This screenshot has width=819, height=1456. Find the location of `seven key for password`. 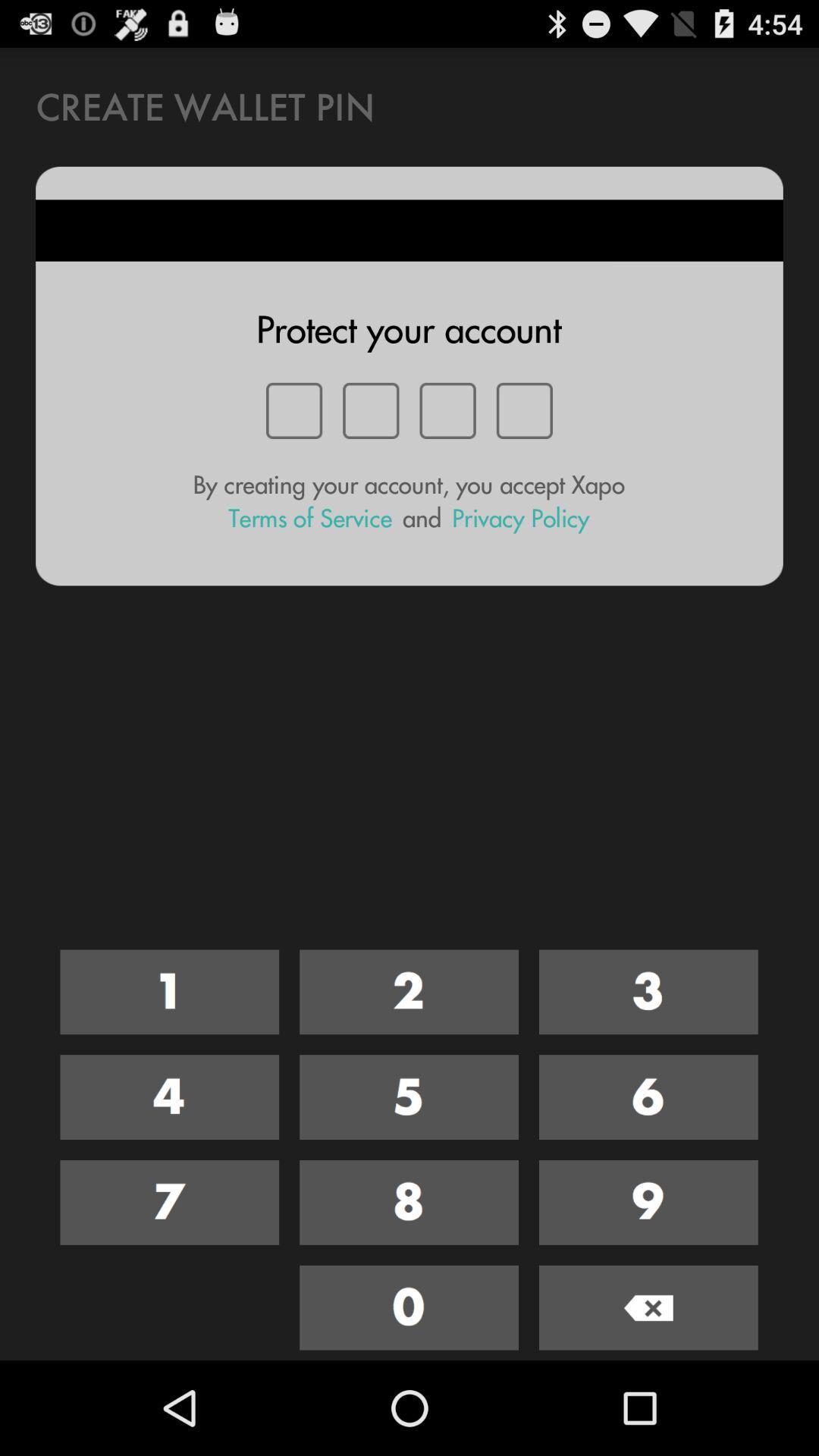

seven key for password is located at coordinates (169, 1201).